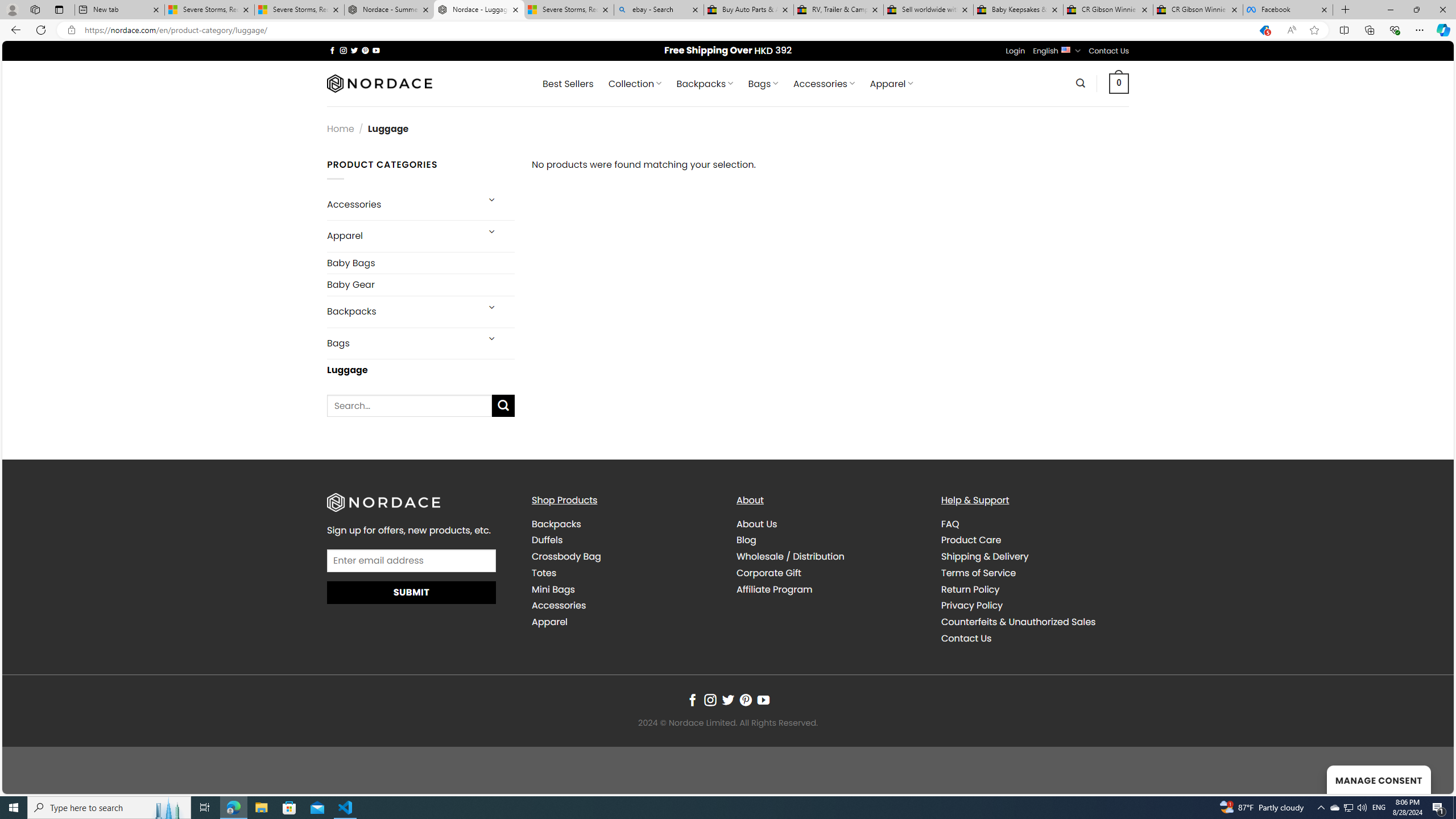 This screenshot has width=1456, height=819. What do you see at coordinates (1034, 589) in the screenshot?
I see `'Return Policy'` at bounding box center [1034, 589].